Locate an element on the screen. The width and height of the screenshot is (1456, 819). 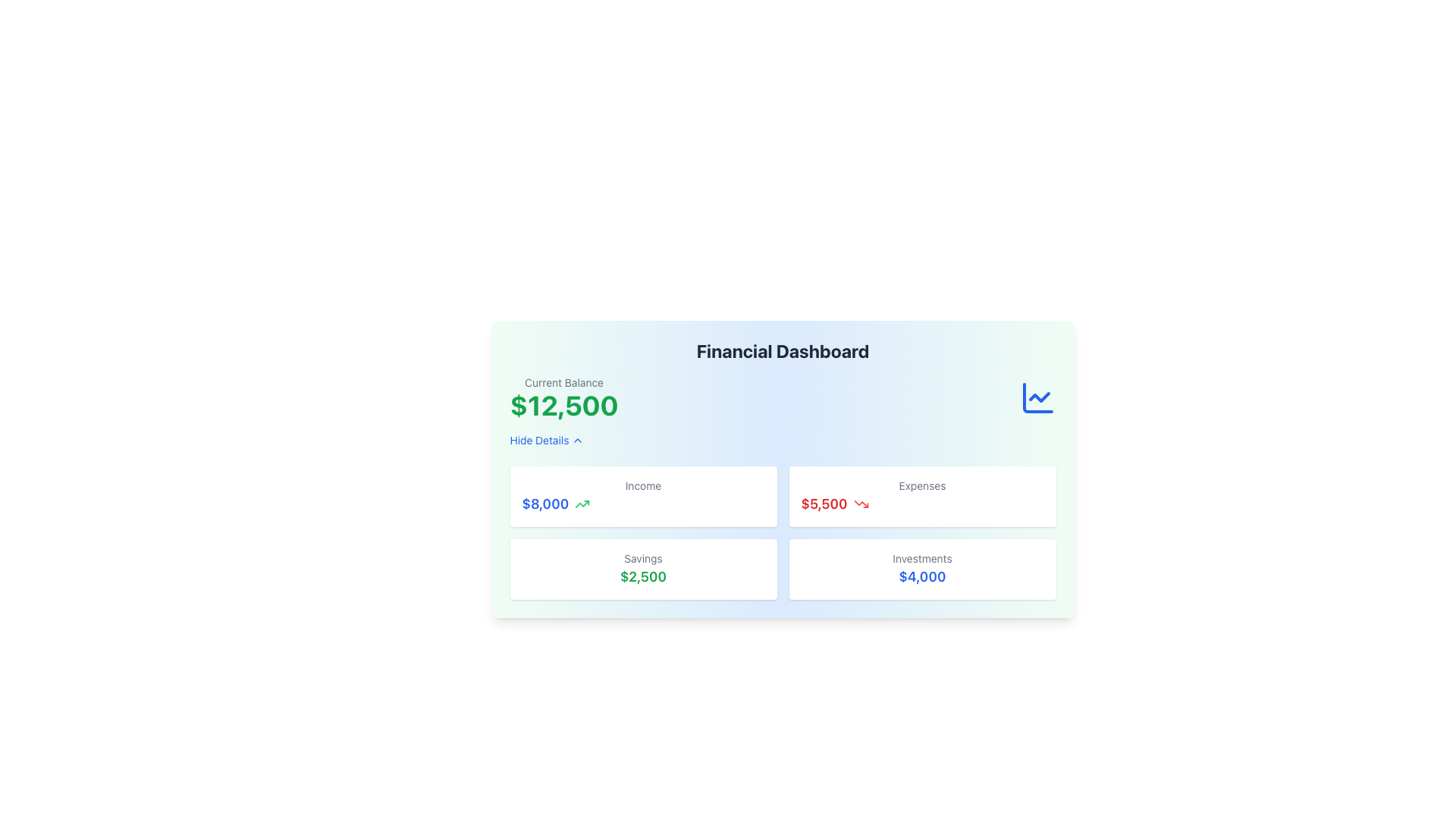
the triangular downward trend icon, which is positioned to the left of the 'Expenses' label in the financial summary section is located at coordinates (861, 504).